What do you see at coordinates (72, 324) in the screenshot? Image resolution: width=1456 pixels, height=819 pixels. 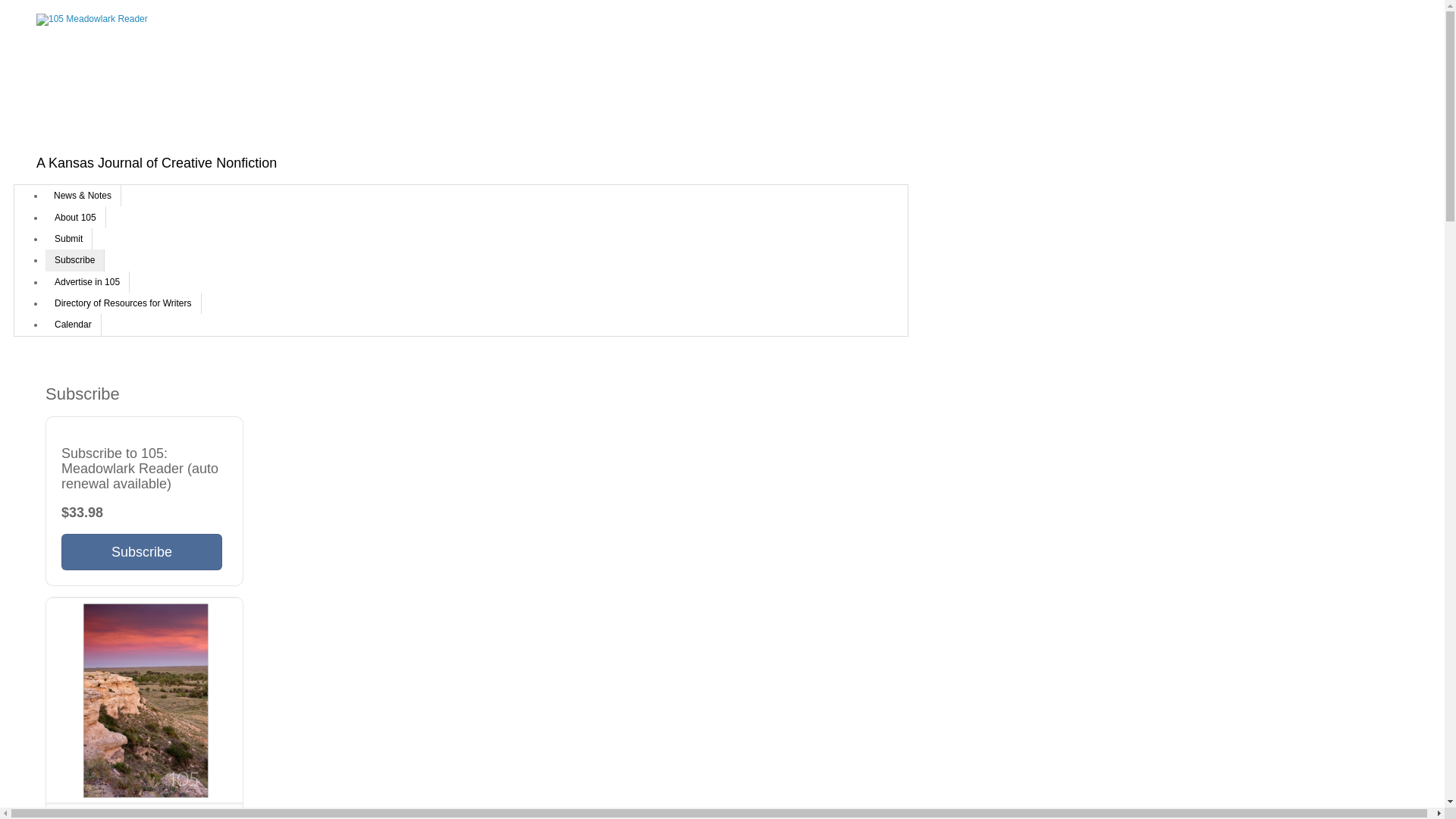 I see `'Calendar'` at bounding box center [72, 324].